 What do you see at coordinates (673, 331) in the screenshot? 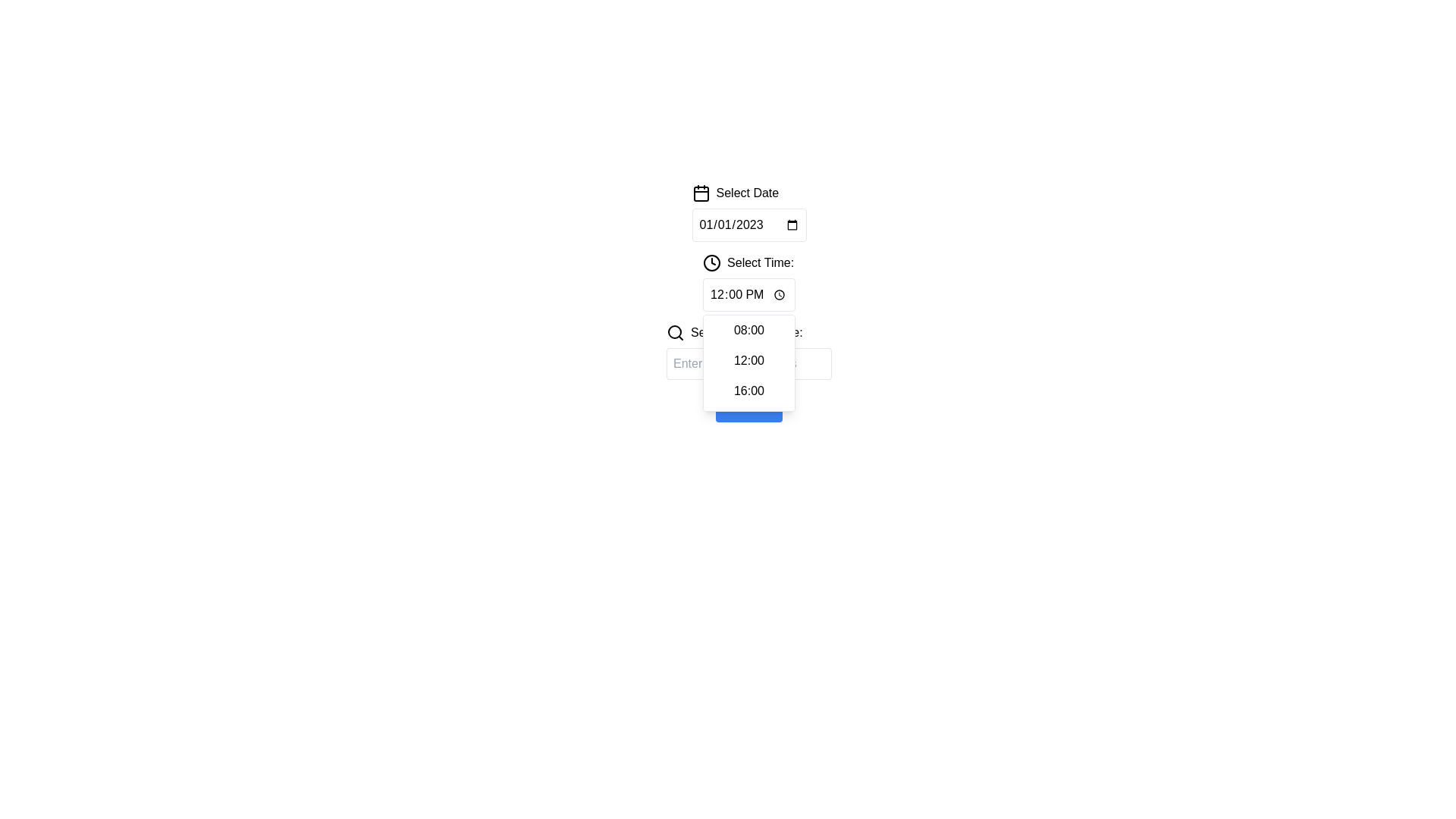
I see `the circular black outlined icon located near the horizontal search input field, which is centrally aligned with other interactive components` at bounding box center [673, 331].